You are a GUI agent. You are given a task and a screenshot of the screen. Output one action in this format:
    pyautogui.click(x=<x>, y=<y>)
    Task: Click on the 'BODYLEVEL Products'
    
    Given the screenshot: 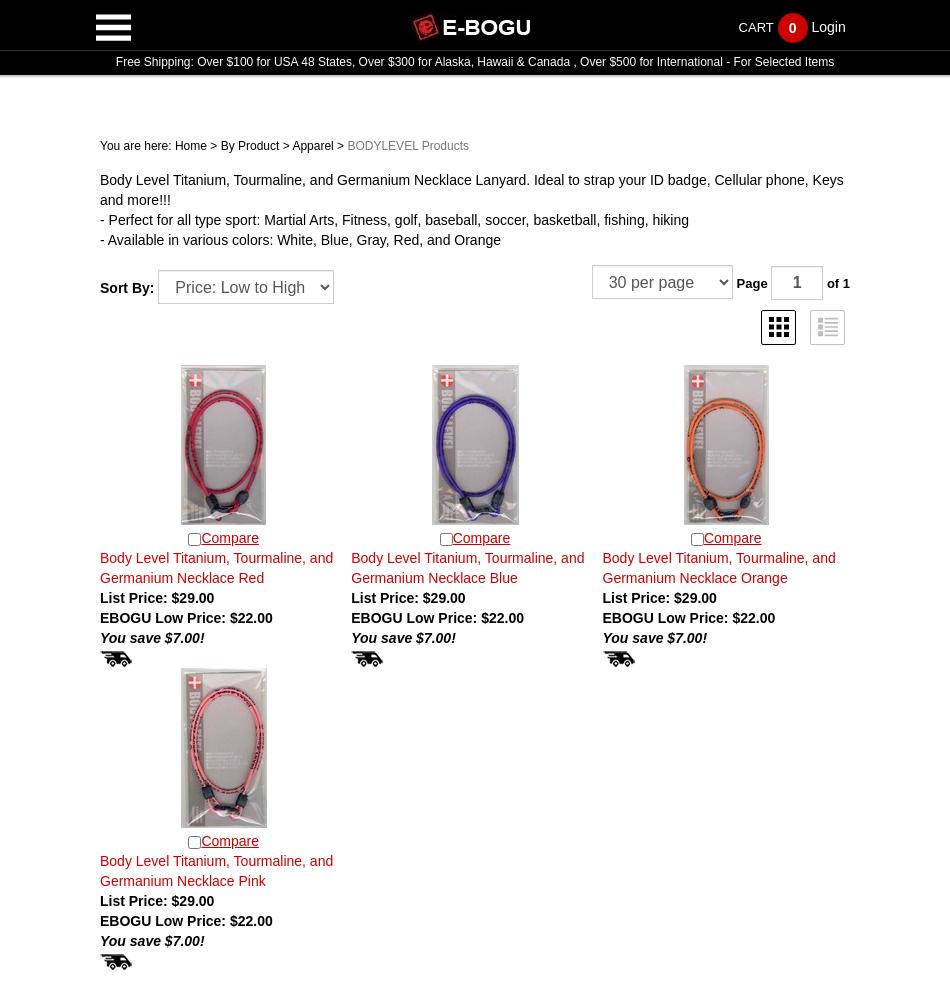 What is the action you would take?
    pyautogui.click(x=407, y=146)
    